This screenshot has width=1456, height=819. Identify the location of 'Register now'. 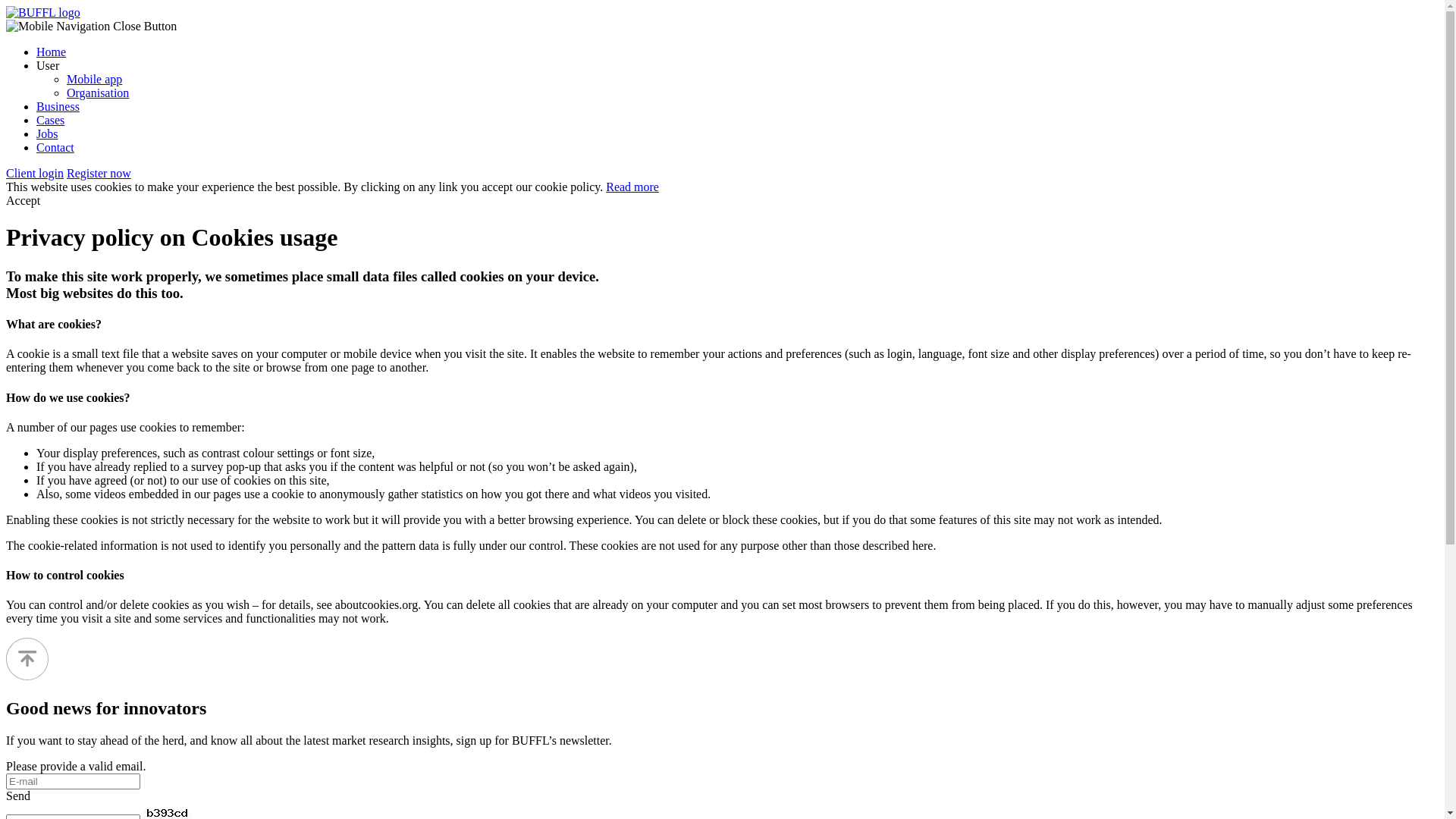
(98, 172).